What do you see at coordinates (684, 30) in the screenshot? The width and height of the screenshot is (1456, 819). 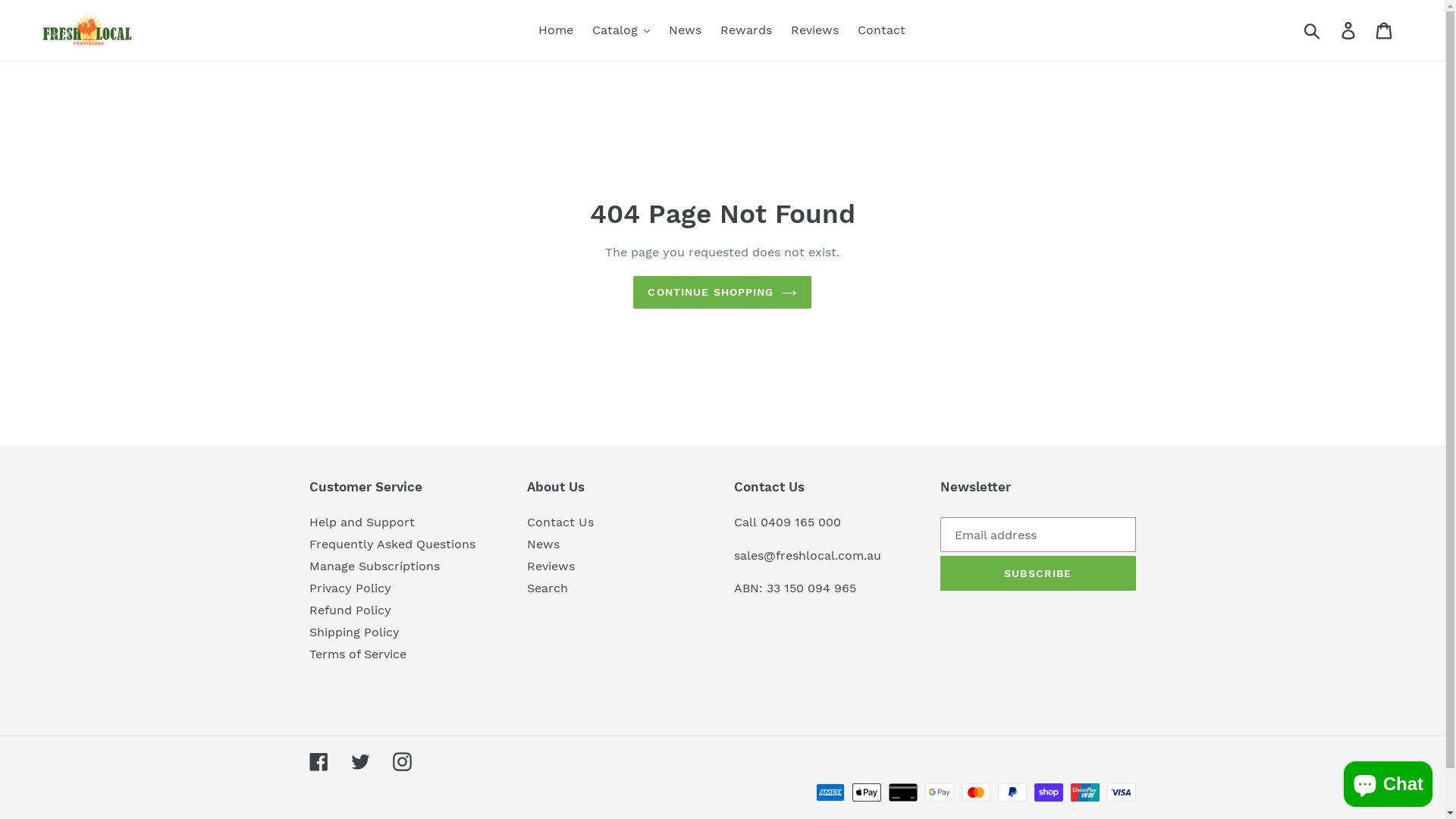 I see `'News'` at bounding box center [684, 30].